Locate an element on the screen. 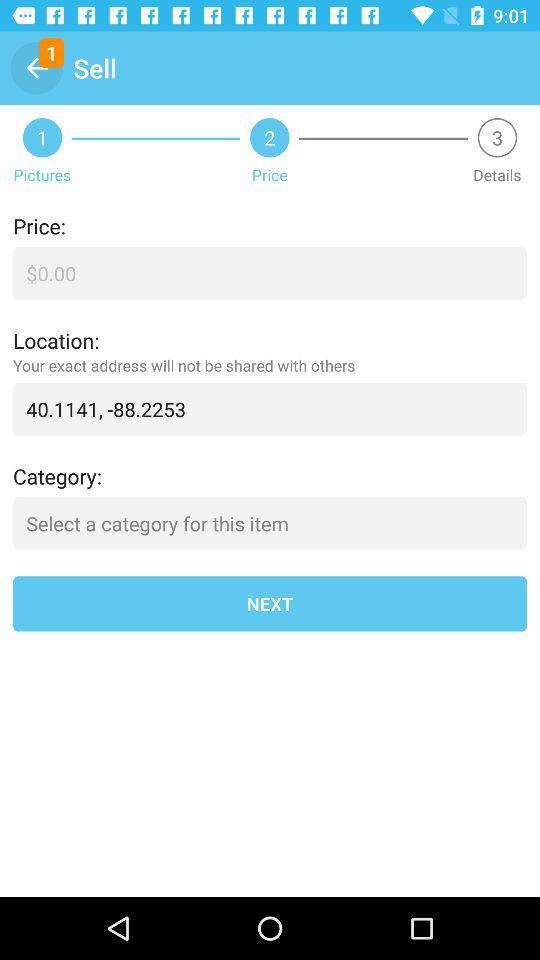  item to the left of the sell is located at coordinates (36, 68).